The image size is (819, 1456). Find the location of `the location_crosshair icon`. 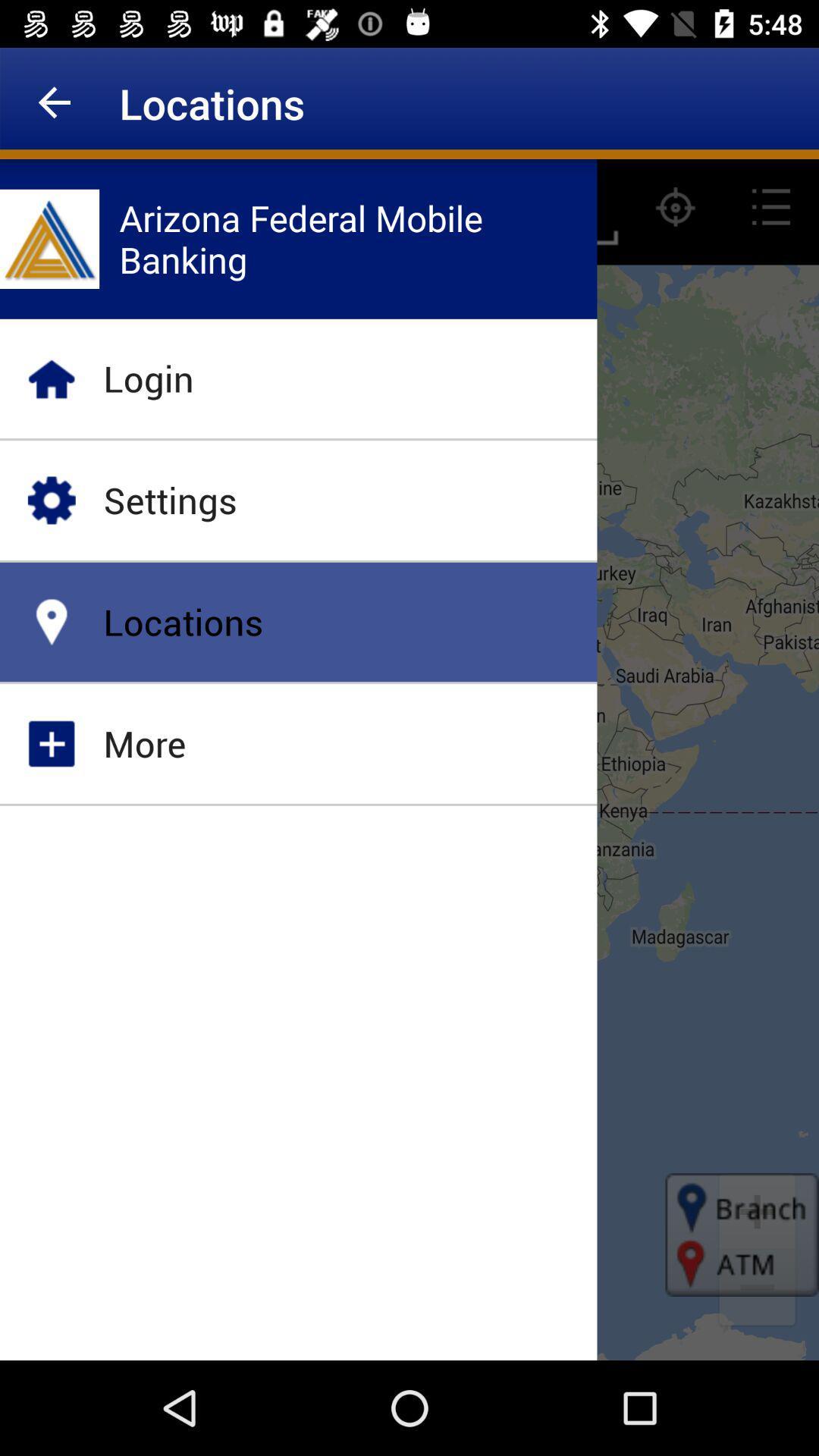

the location_crosshair icon is located at coordinates (675, 206).